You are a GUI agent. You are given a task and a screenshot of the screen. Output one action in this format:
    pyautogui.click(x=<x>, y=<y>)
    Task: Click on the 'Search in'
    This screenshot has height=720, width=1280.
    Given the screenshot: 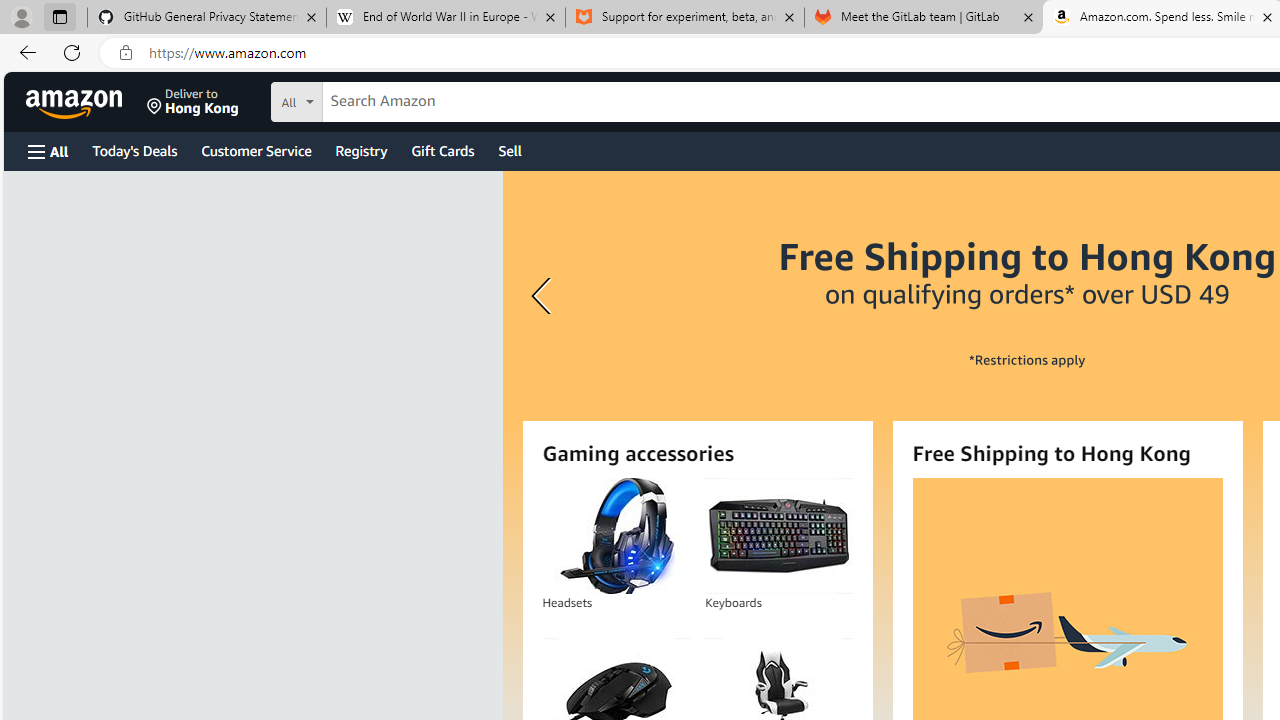 What is the action you would take?
    pyautogui.click(x=371, y=99)
    